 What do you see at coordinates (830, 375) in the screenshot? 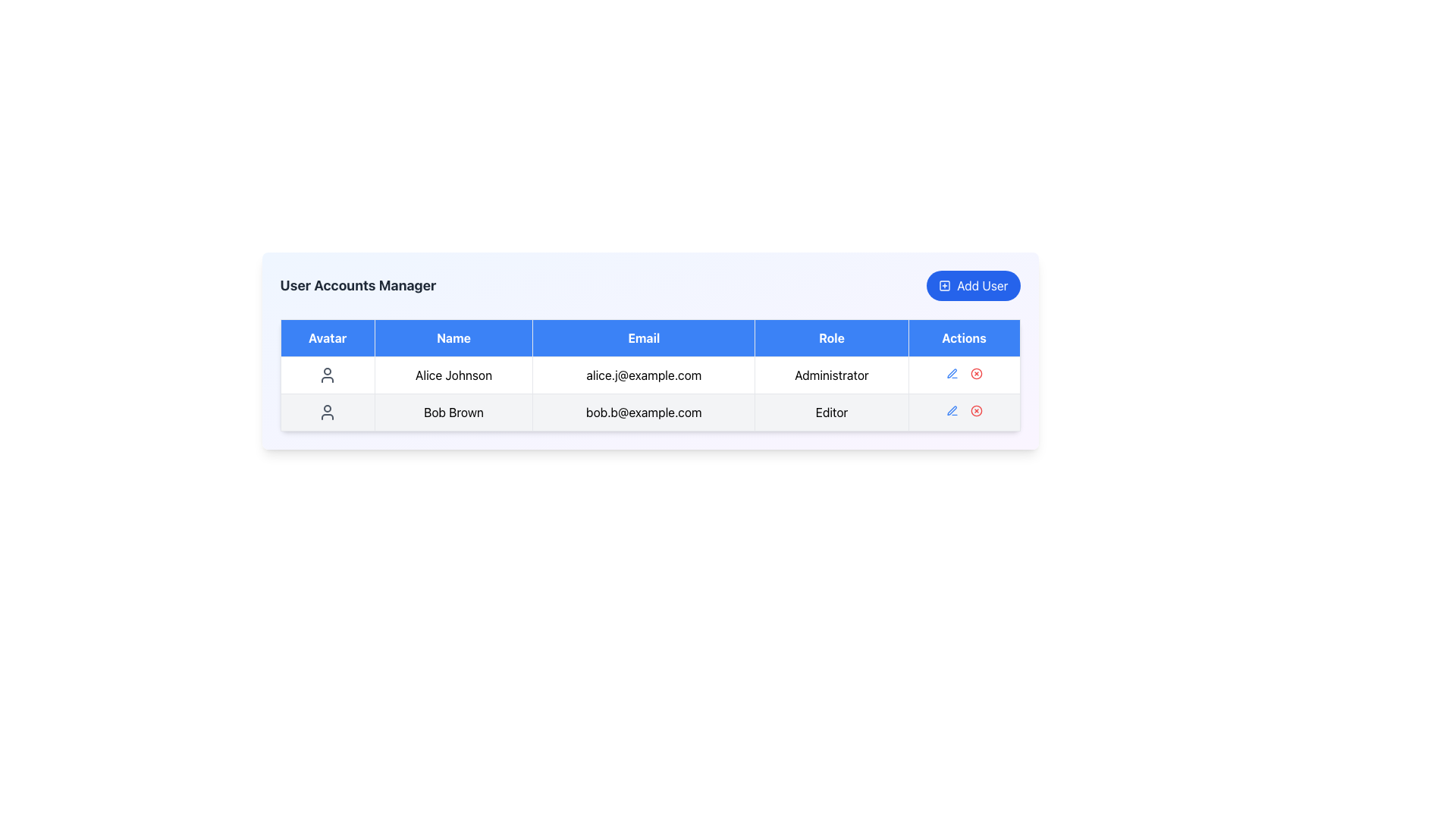
I see `the text label displaying the role assigned to the user 'Alice Johnson' in the user account information table, located in the 'Role' column` at bounding box center [830, 375].